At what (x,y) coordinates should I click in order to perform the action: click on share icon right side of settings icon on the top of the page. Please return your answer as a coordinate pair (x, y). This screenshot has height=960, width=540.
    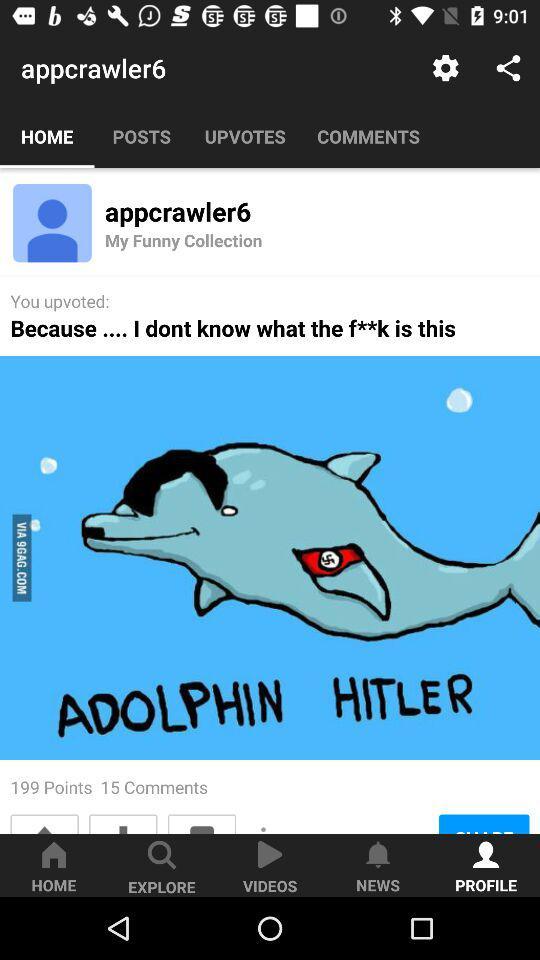
    Looking at the image, I should click on (508, 68).